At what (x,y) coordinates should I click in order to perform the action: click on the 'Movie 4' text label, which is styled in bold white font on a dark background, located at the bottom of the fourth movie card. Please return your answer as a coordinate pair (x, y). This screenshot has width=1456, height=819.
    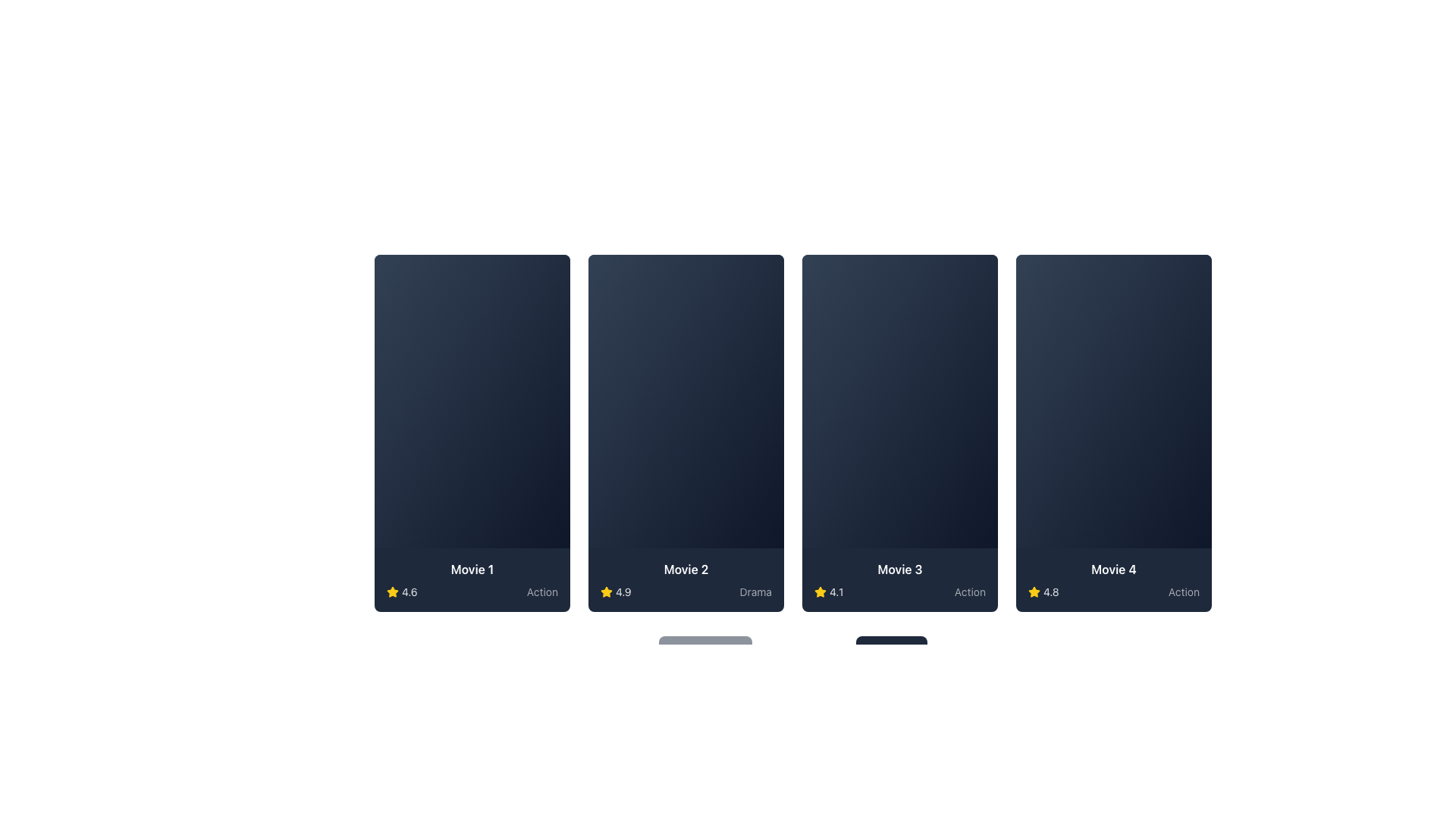
    Looking at the image, I should click on (1113, 570).